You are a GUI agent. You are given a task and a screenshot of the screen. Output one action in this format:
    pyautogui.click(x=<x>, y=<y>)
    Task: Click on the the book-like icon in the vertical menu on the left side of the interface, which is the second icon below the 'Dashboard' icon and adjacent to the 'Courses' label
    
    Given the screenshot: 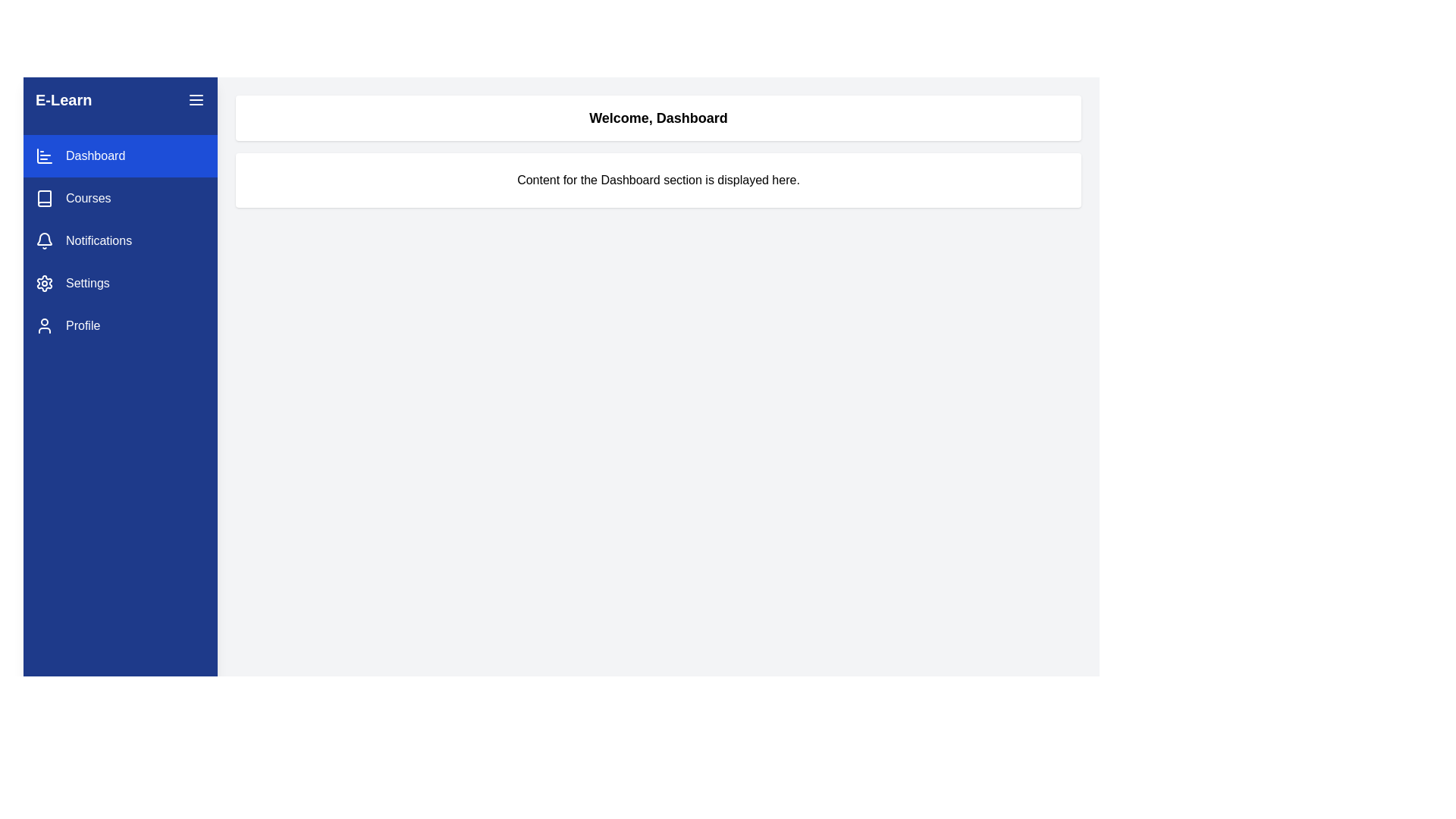 What is the action you would take?
    pyautogui.click(x=44, y=198)
    